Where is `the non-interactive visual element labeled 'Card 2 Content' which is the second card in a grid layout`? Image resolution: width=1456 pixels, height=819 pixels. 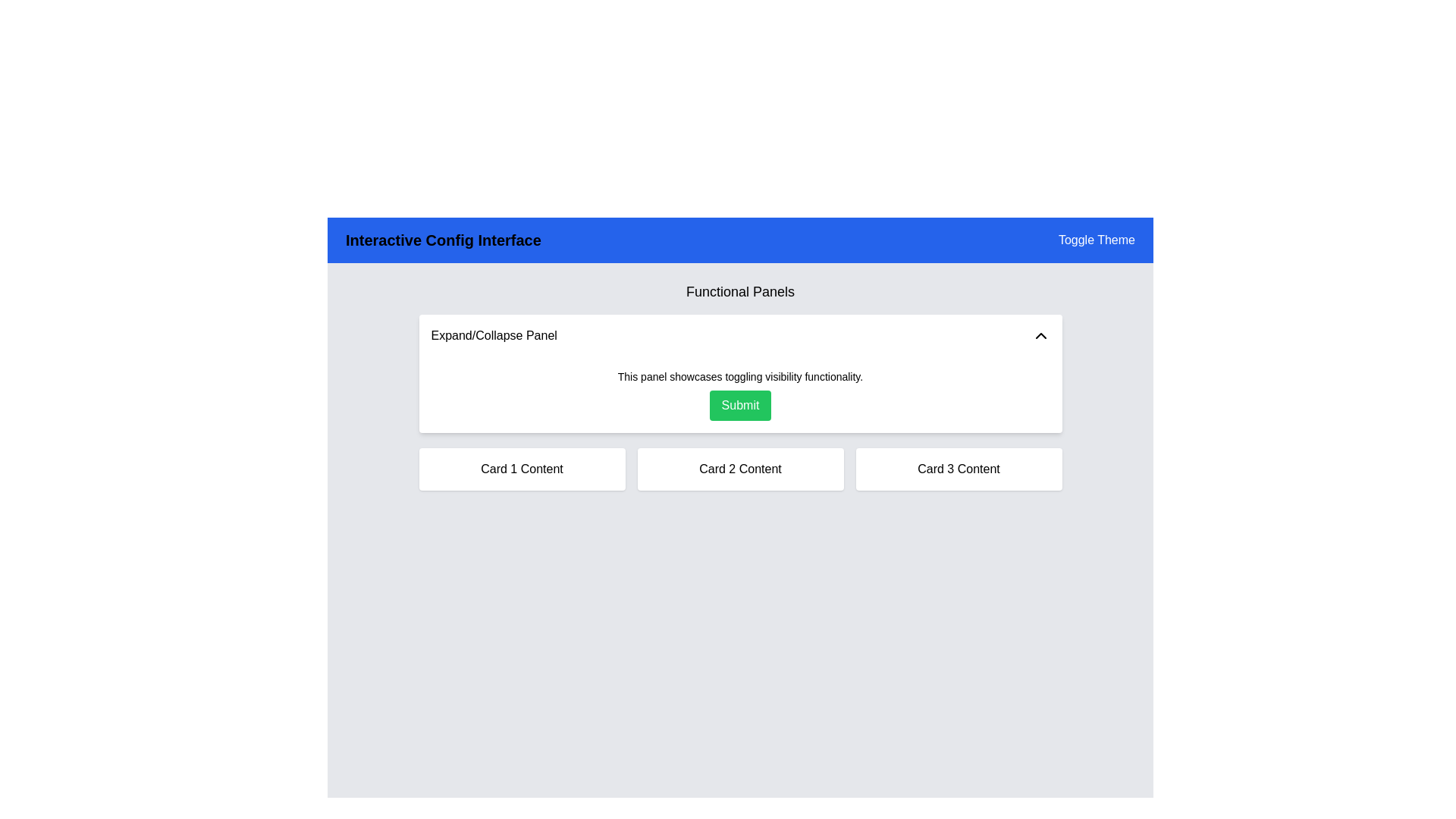
the non-interactive visual element labeled 'Card 2 Content' which is the second card in a grid layout is located at coordinates (740, 468).